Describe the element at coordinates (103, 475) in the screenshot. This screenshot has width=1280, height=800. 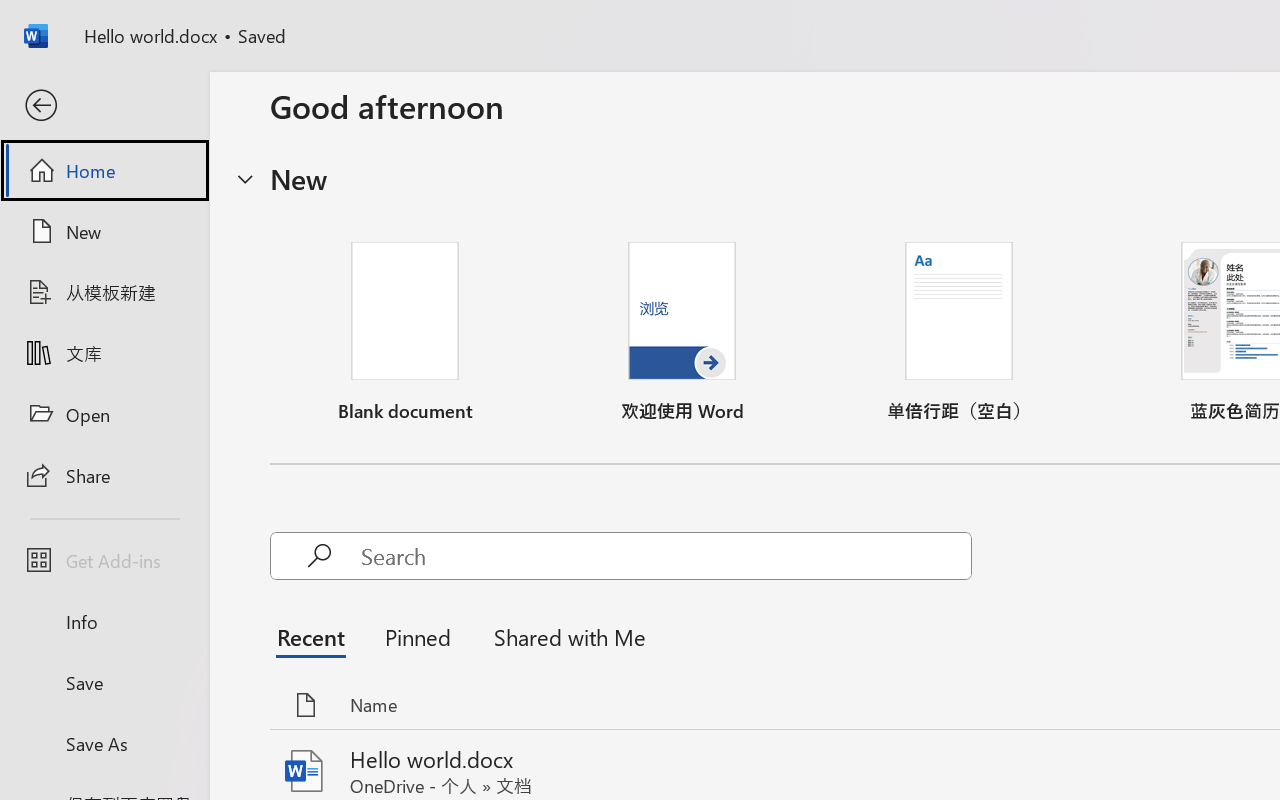
I see `'Share'` at that location.